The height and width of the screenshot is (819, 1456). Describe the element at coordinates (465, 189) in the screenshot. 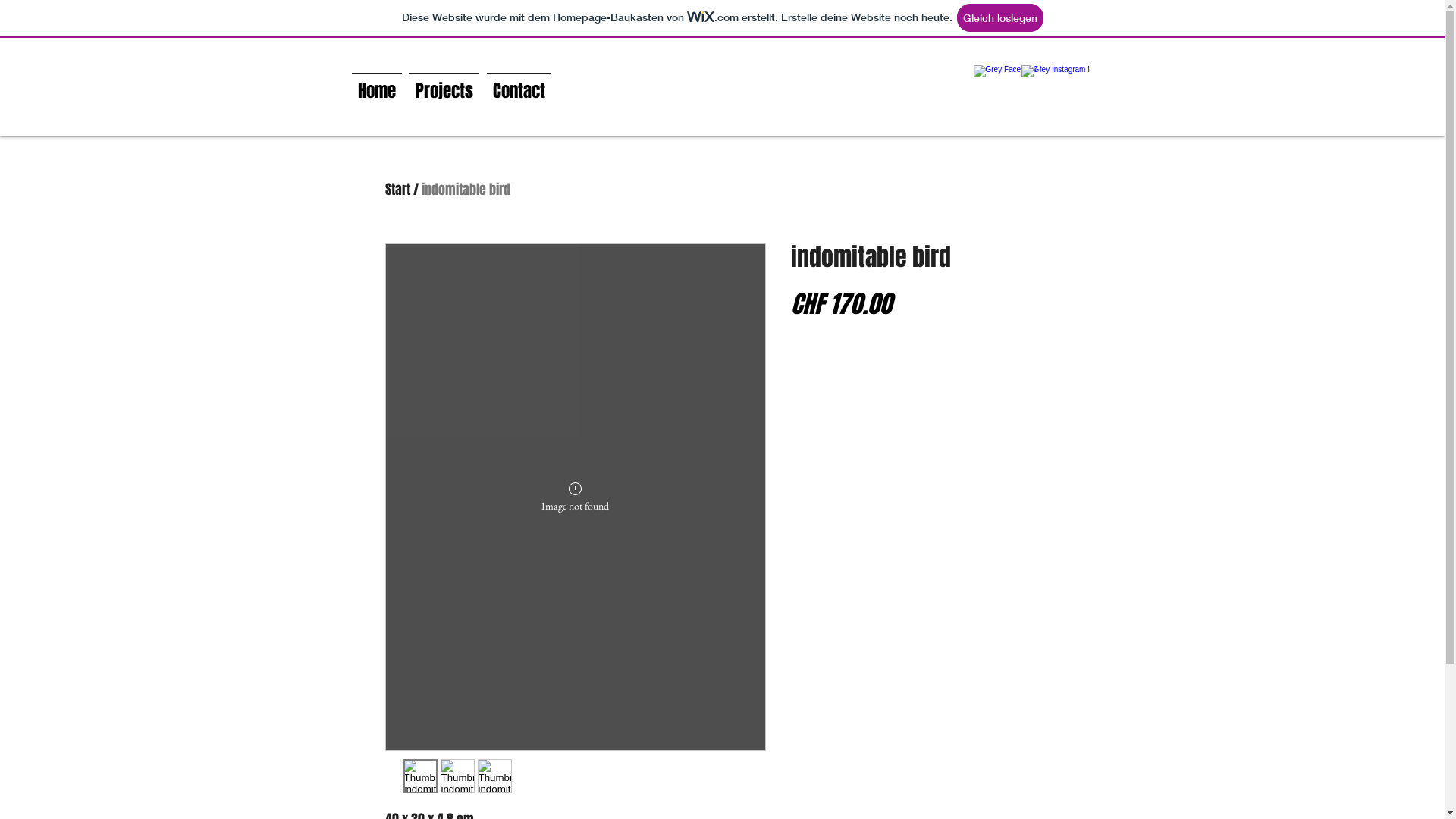

I see `'indomitable bird'` at that location.